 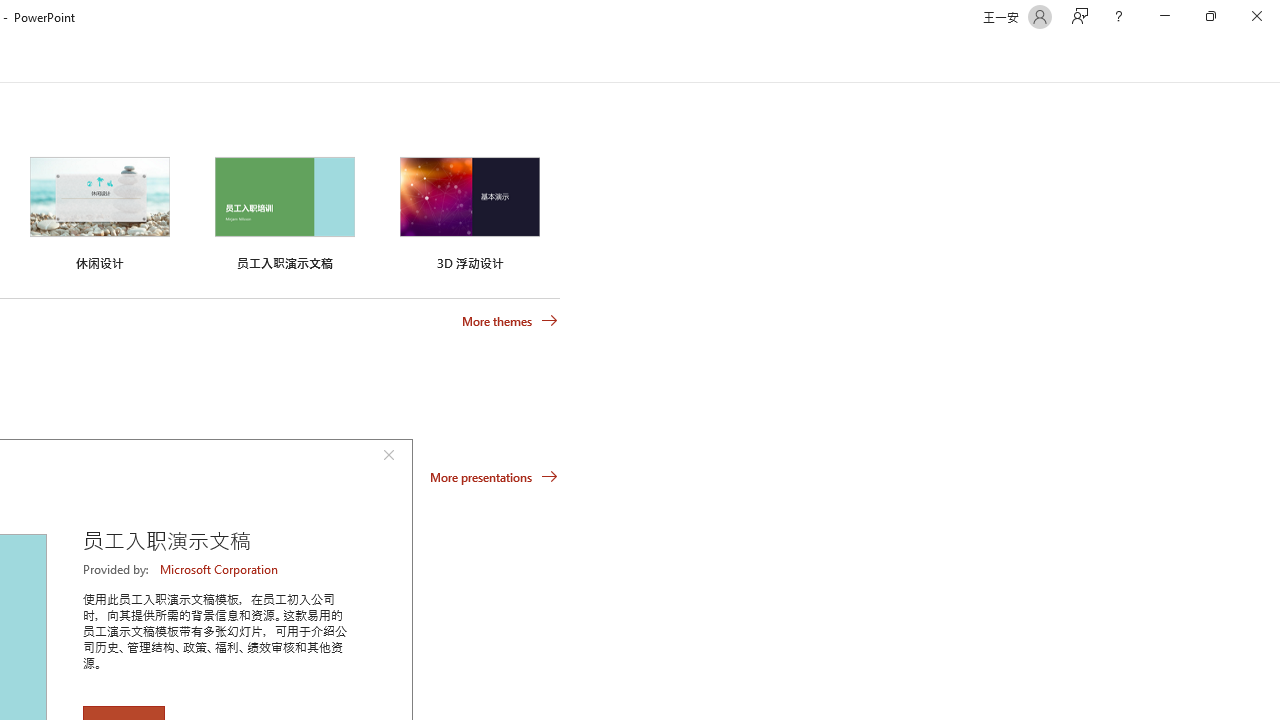 What do you see at coordinates (1164, 16) in the screenshot?
I see `'Minimize'` at bounding box center [1164, 16].